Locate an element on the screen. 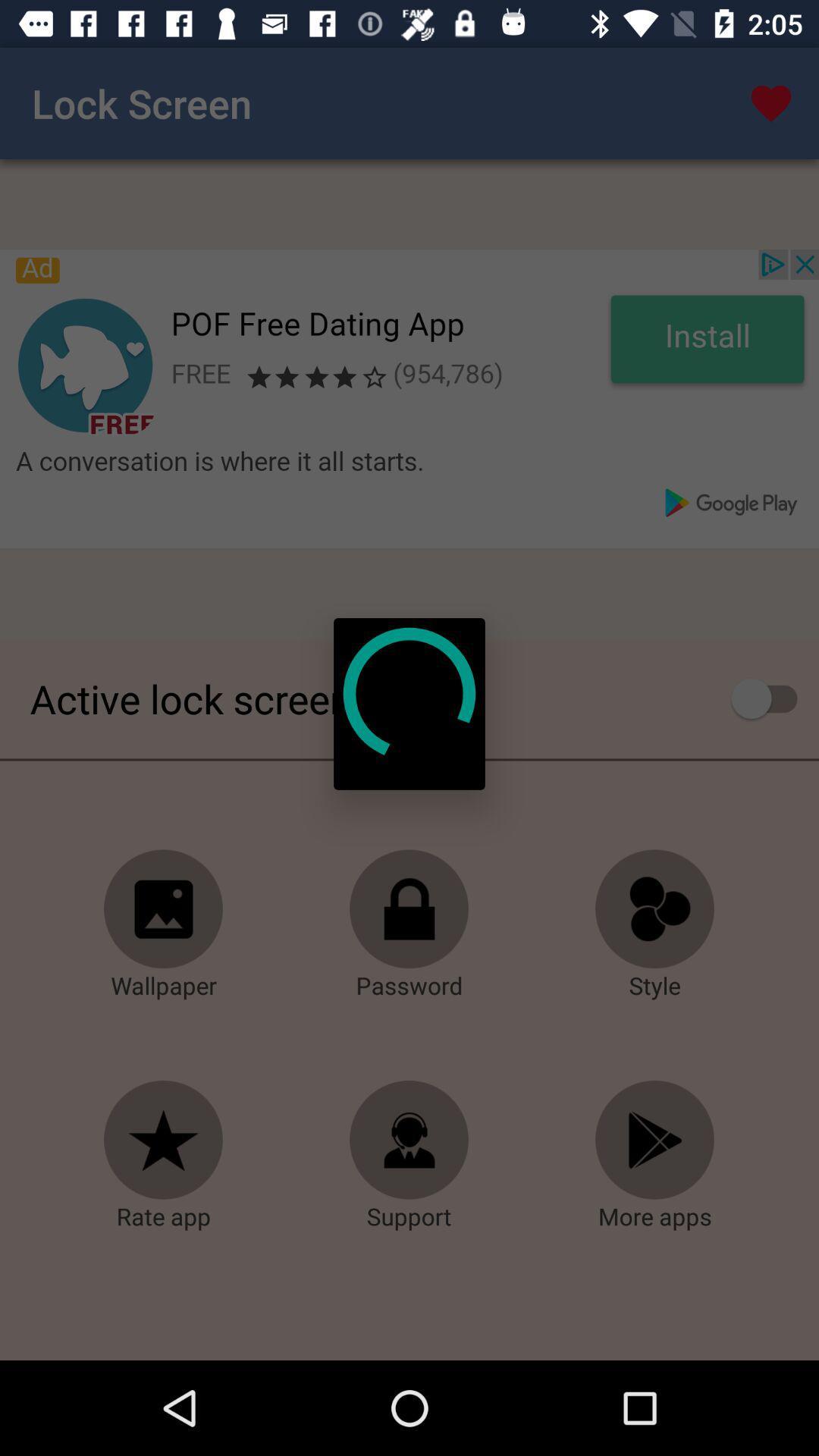 The height and width of the screenshot is (1456, 819). the avatar icon is located at coordinates (409, 1140).